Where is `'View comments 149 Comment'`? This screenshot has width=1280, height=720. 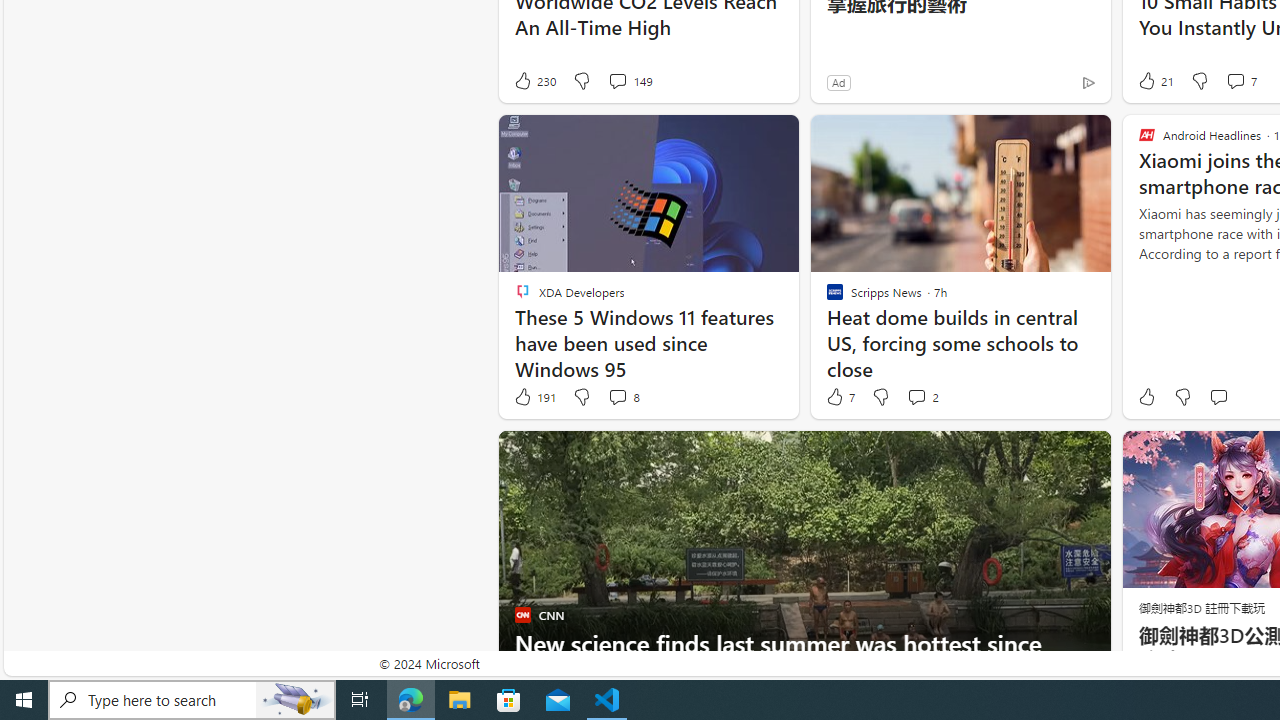 'View comments 149 Comment' is located at coordinates (628, 80).